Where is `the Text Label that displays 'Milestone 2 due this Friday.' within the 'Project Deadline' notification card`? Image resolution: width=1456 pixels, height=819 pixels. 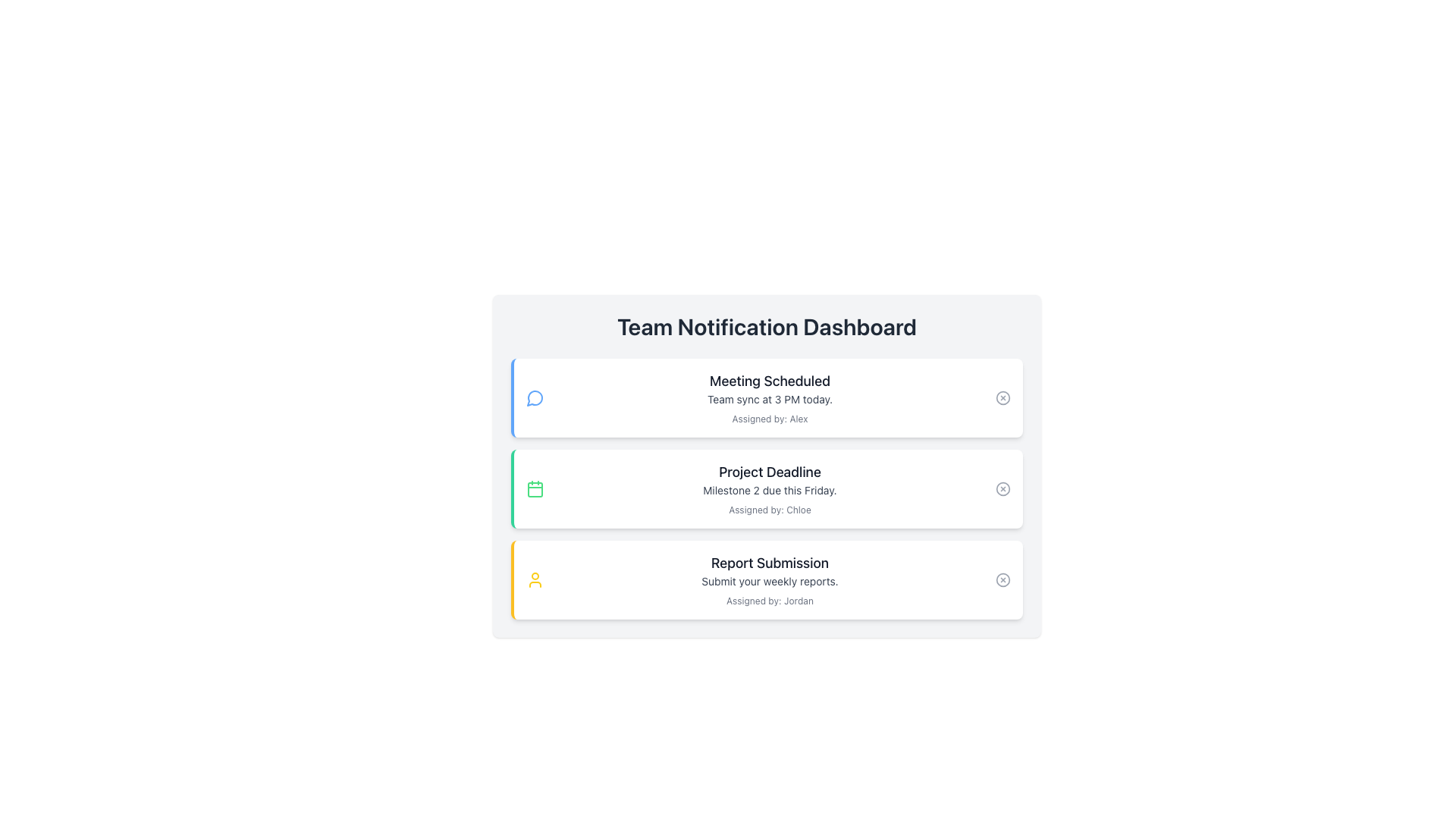
the Text Label that displays 'Milestone 2 due this Friday.' within the 'Project Deadline' notification card is located at coordinates (770, 491).